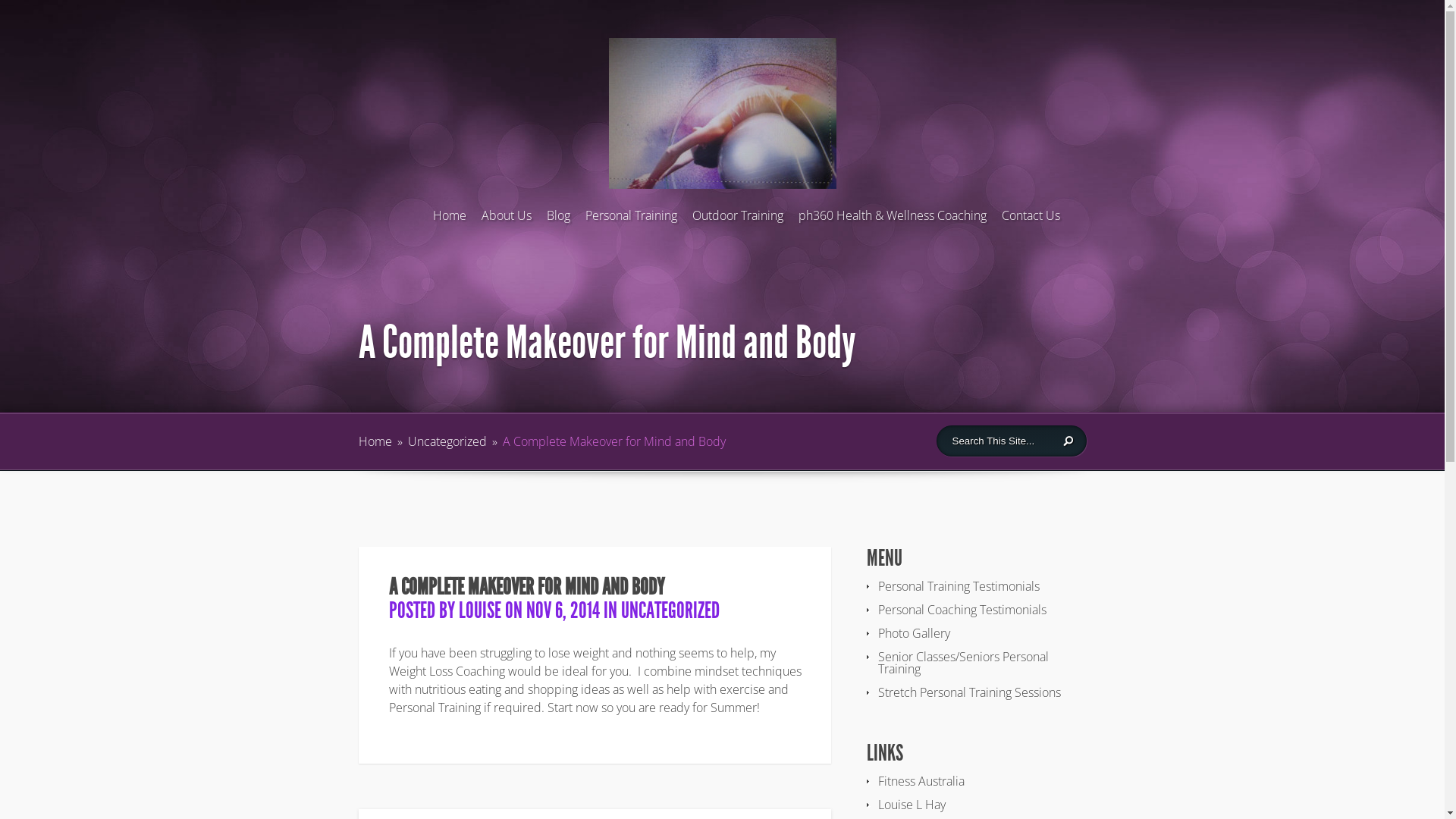 This screenshot has width=1456, height=819. What do you see at coordinates (877, 632) in the screenshot?
I see `'Photo Gallery'` at bounding box center [877, 632].